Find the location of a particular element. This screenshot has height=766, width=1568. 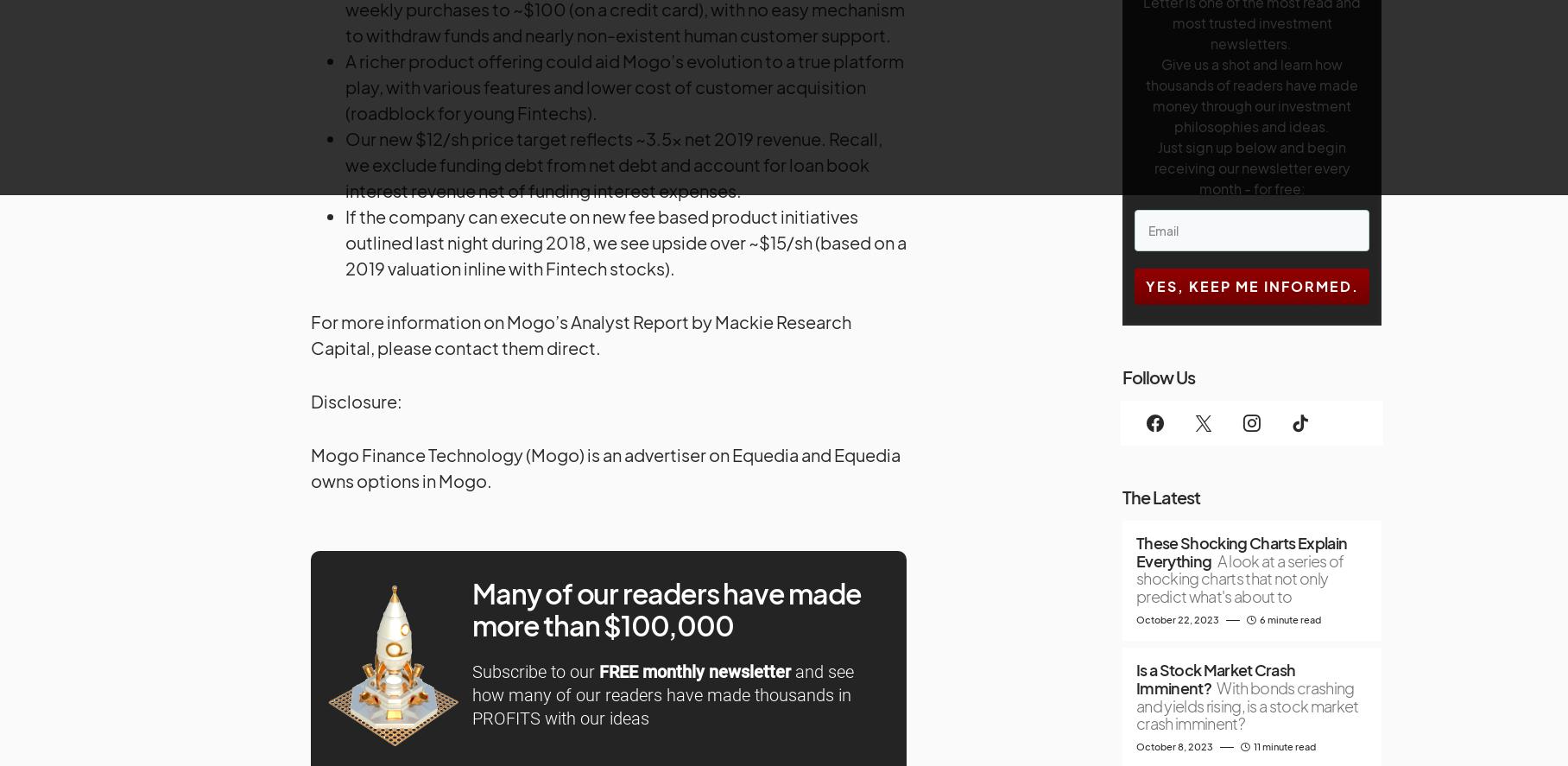

'Just sign up below and begin receiving our newsletter every month - for free:' is located at coordinates (1251, 167).